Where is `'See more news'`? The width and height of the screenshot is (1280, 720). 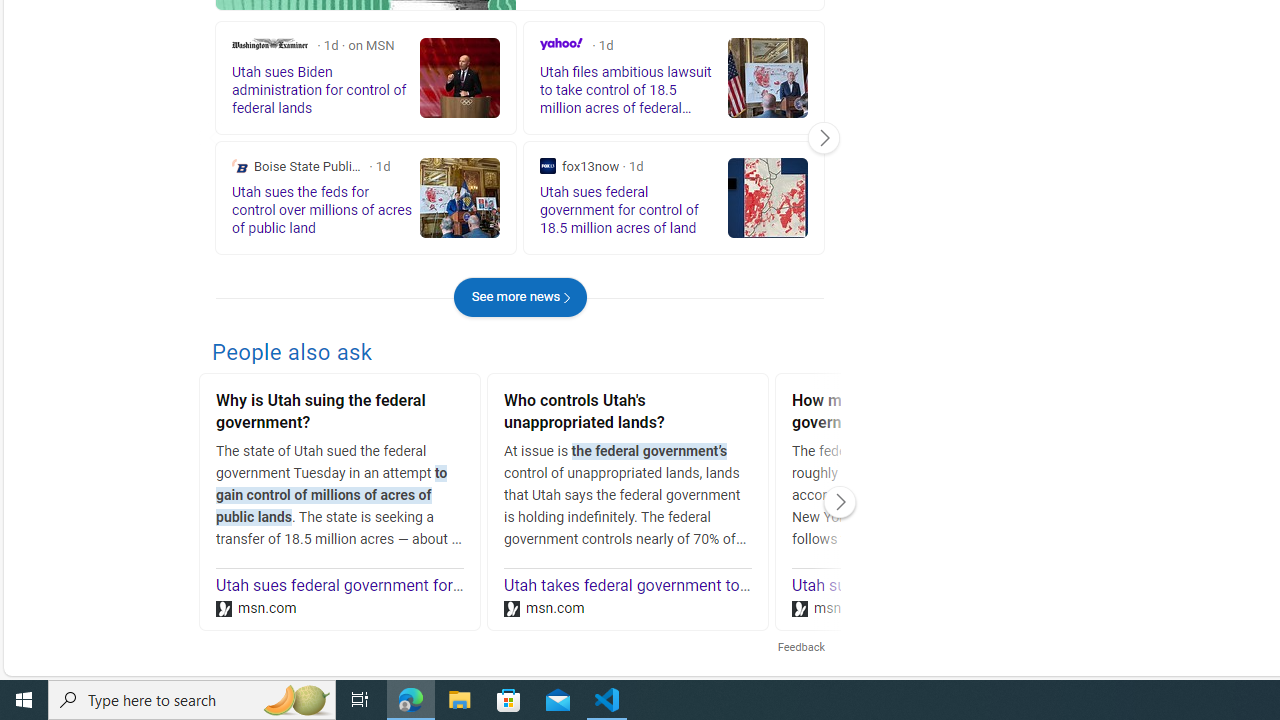
'See more news' is located at coordinates (520, 297).